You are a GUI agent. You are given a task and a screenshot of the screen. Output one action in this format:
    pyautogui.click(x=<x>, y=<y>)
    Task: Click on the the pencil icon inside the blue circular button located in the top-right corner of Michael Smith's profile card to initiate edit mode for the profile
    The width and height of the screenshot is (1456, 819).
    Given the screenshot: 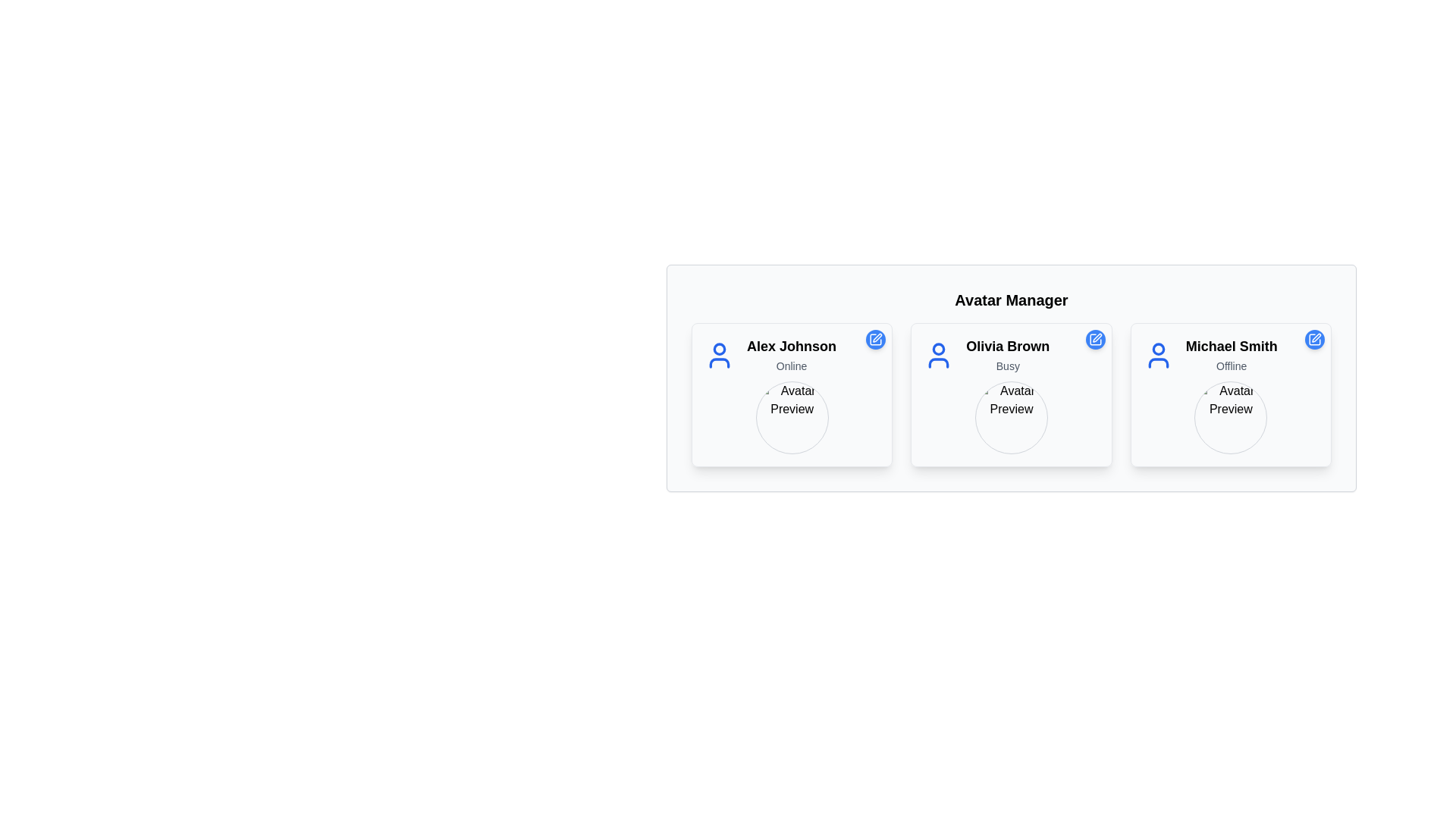 What is the action you would take?
    pyautogui.click(x=1313, y=338)
    